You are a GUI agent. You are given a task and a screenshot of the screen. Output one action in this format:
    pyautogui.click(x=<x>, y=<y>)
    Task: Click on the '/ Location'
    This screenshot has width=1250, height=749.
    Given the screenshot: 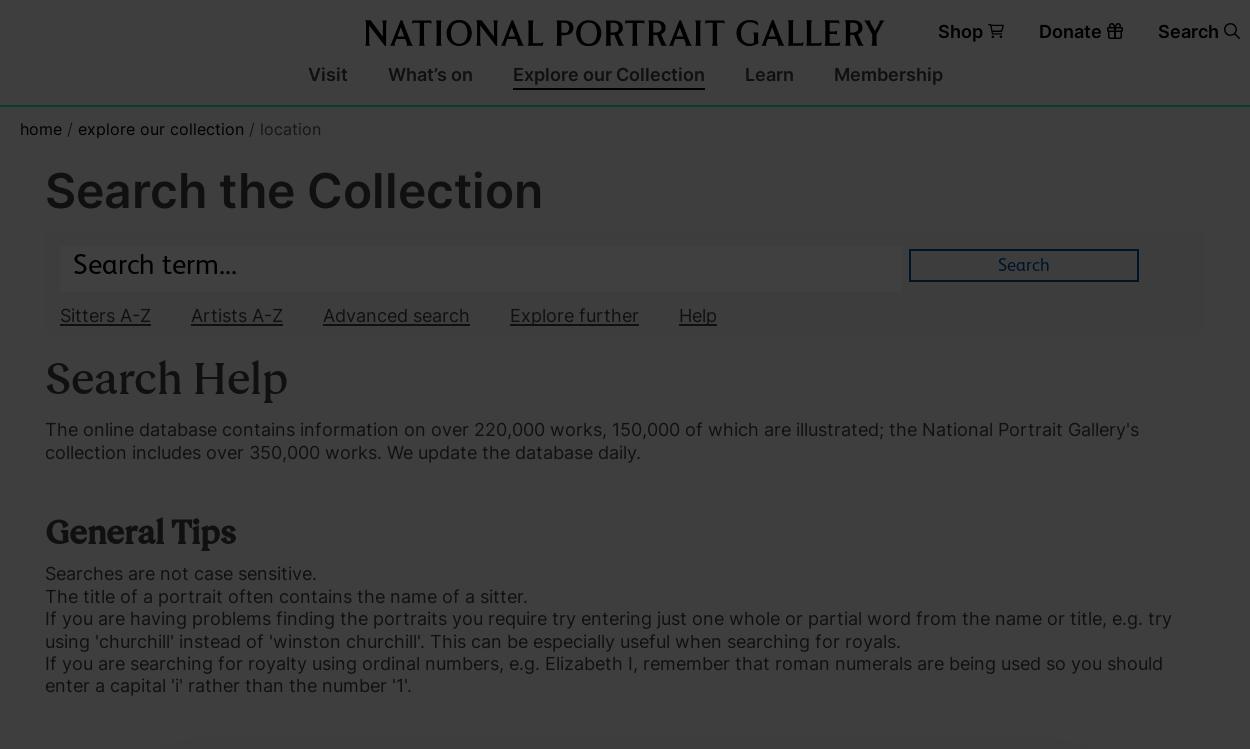 What is the action you would take?
    pyautogui.click(x=282, y=128)
    